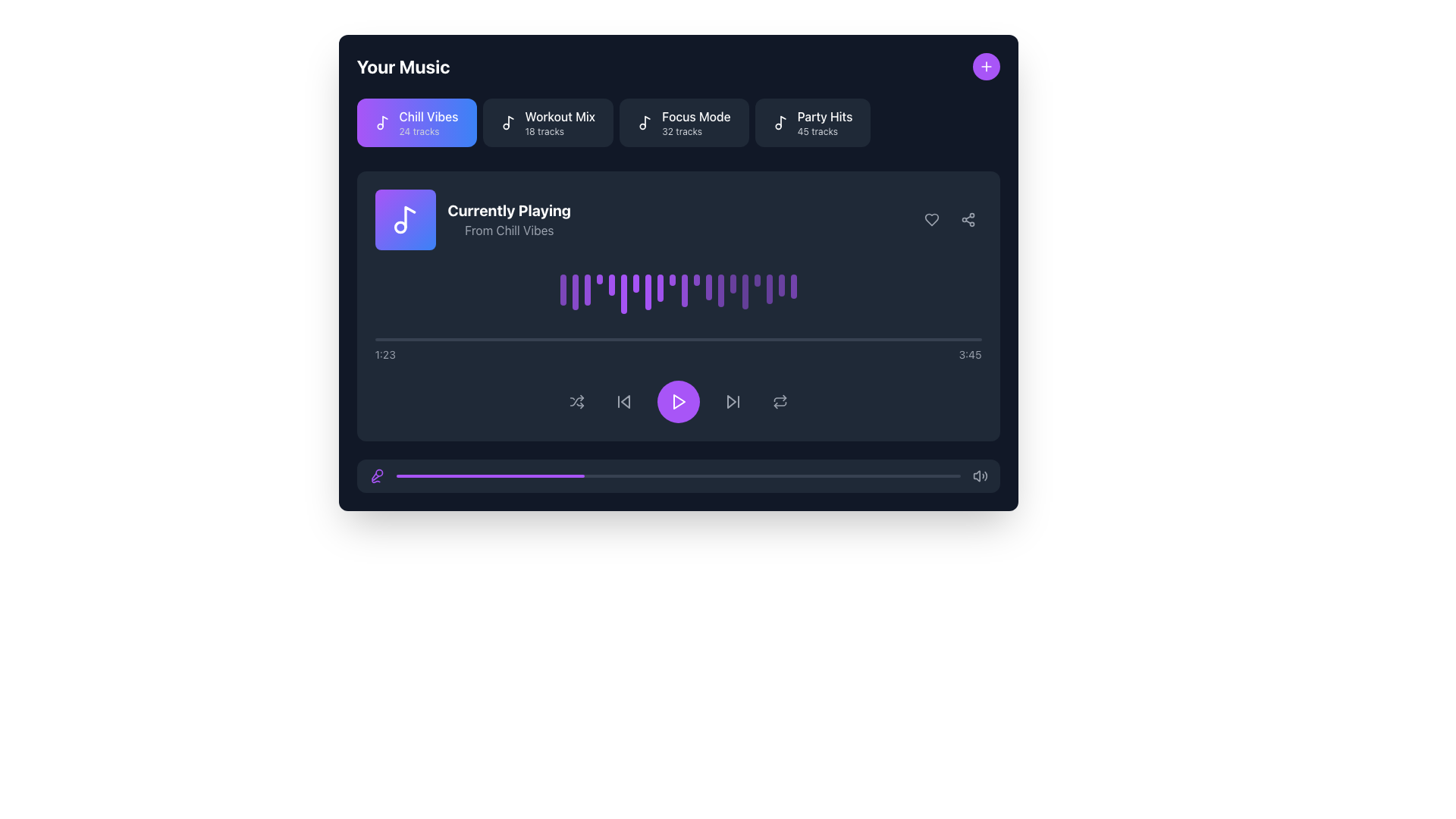 This screenshot has width=1456, height=819. Describe the element at coordinates (586, 290) in the screenshot. I see `the third vertical purple bar in the audio level visual representation located below the 'Currently Playing' section` at that location.